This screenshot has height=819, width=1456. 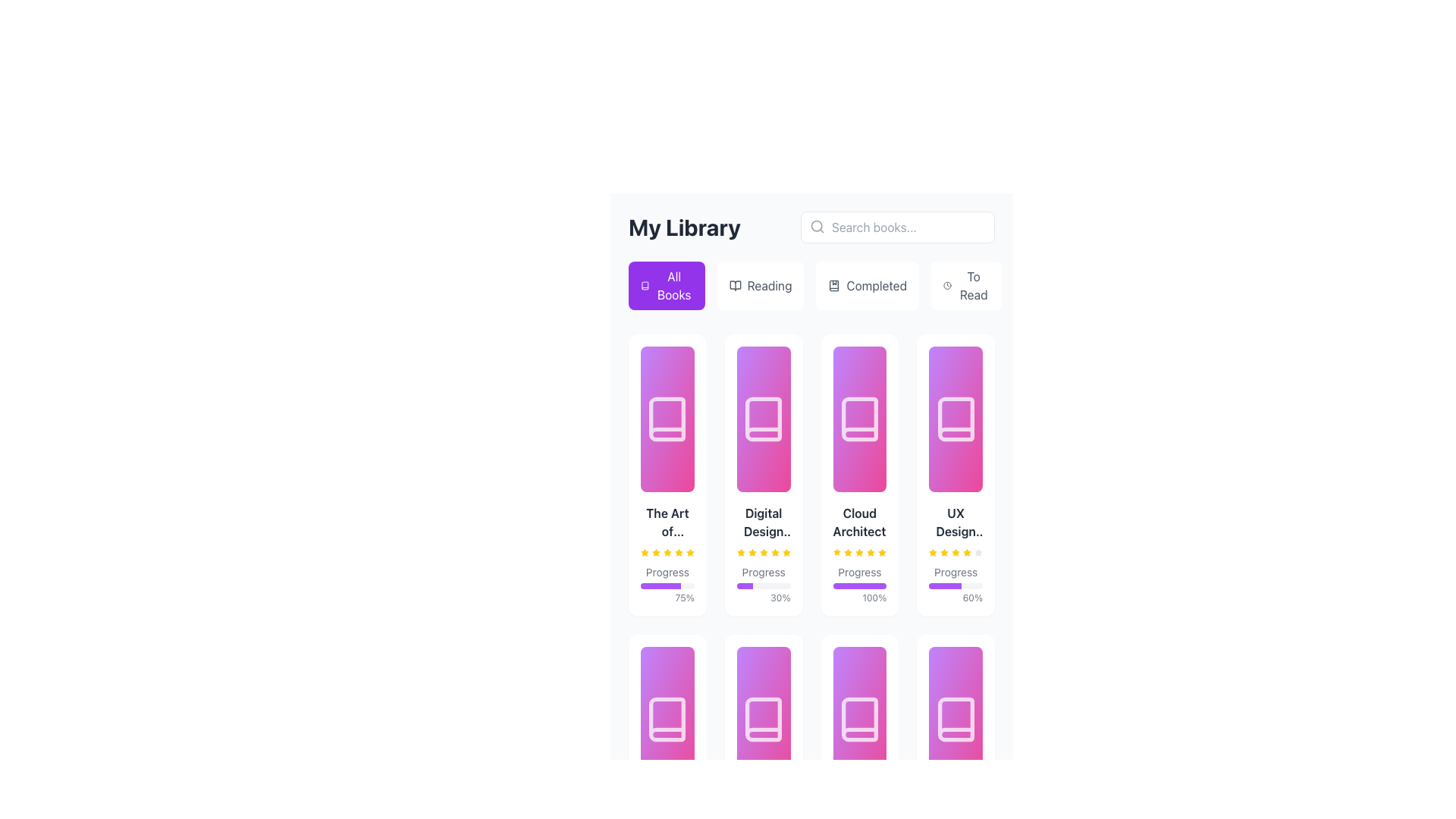 I want to click on progress bar, so click(x=644, y=585).